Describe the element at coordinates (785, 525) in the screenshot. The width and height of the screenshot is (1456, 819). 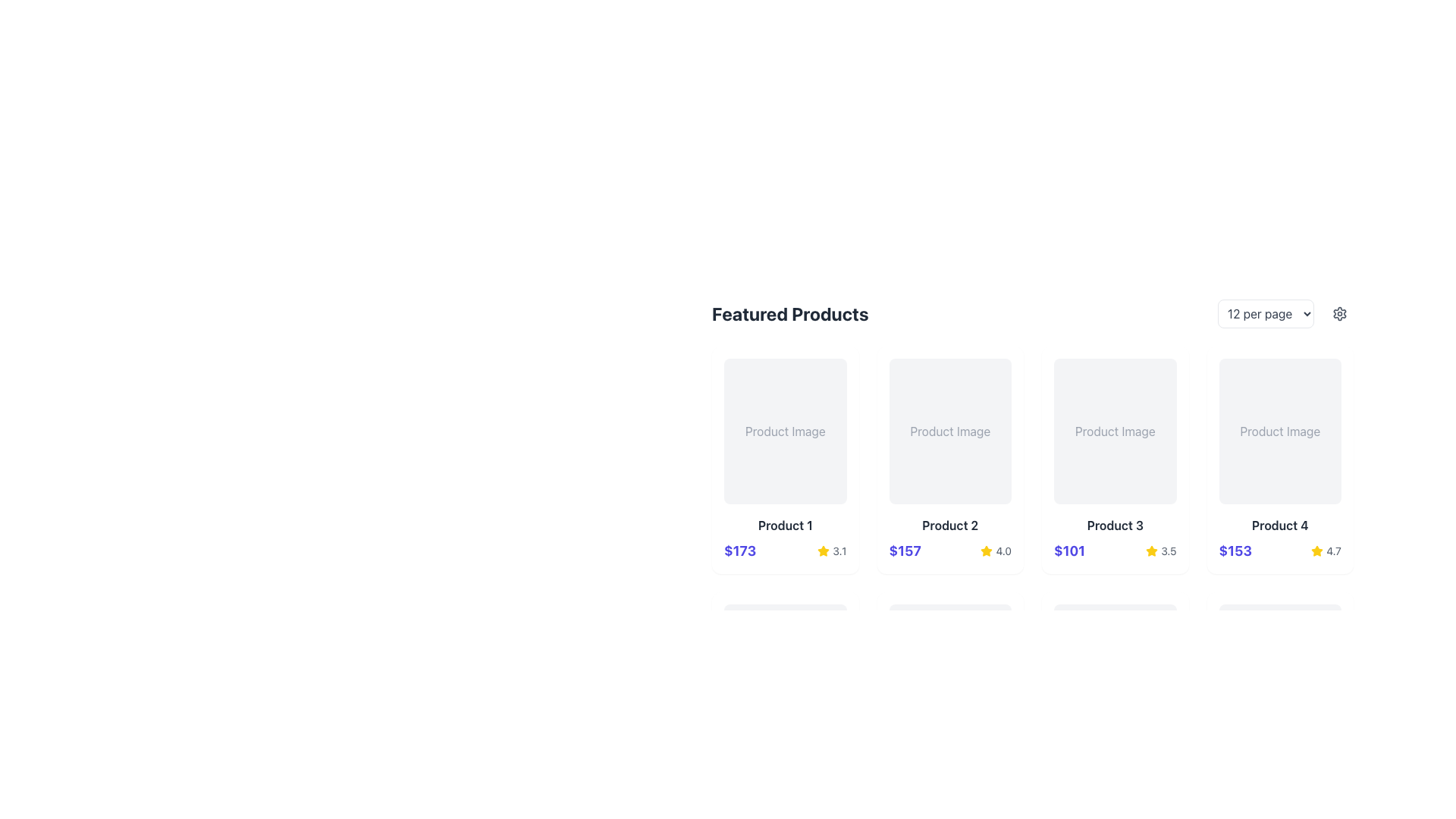
I see `the static text label that reads 'Product 1', which is styled with a bold font and dark color, located in the first card under 'Featured Products', positioned below the 'Product Image' and above the price label '$173'` at that location.